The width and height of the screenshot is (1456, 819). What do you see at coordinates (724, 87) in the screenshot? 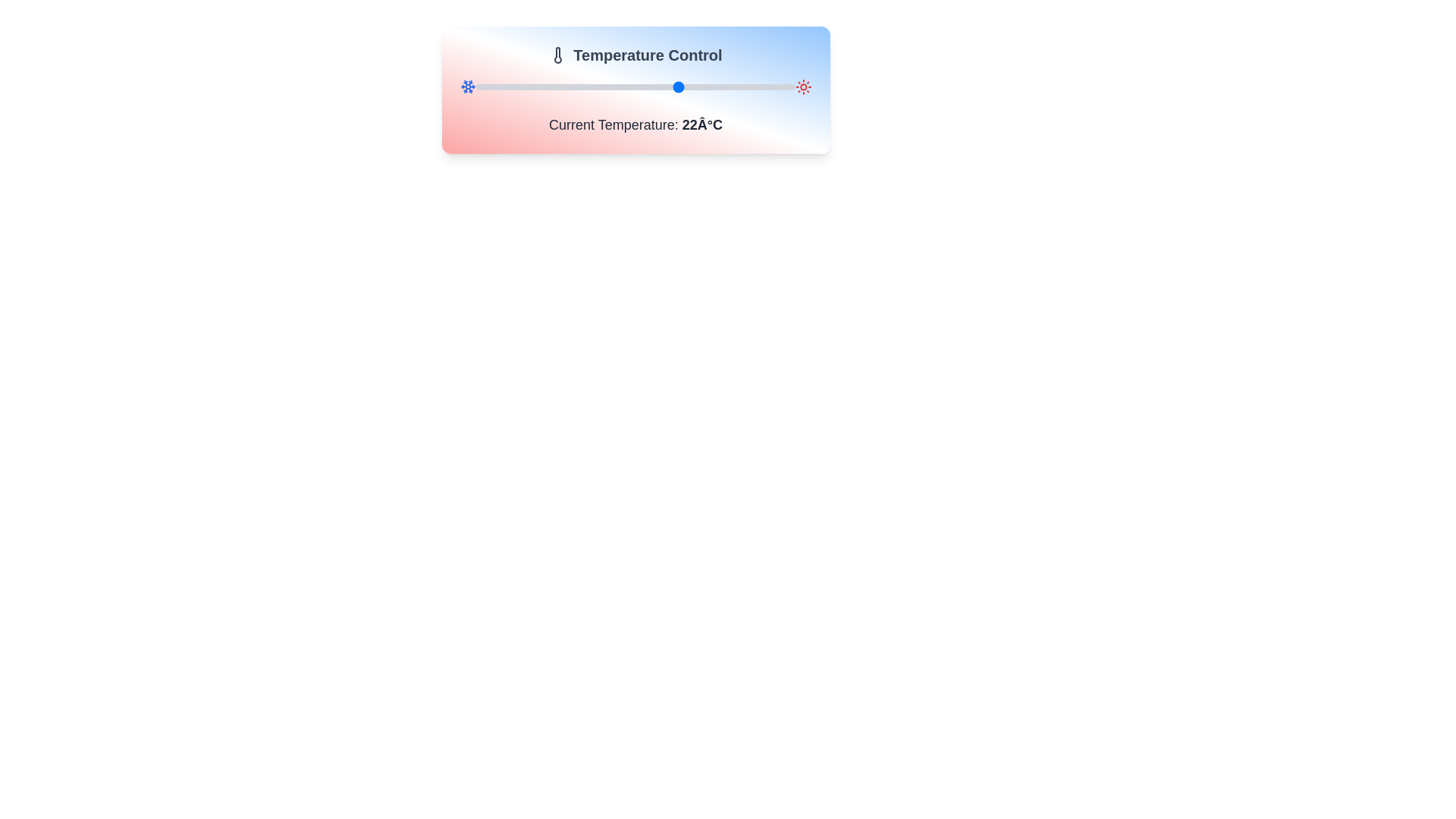
I see `the temperature` at bounding box center [724, 87].